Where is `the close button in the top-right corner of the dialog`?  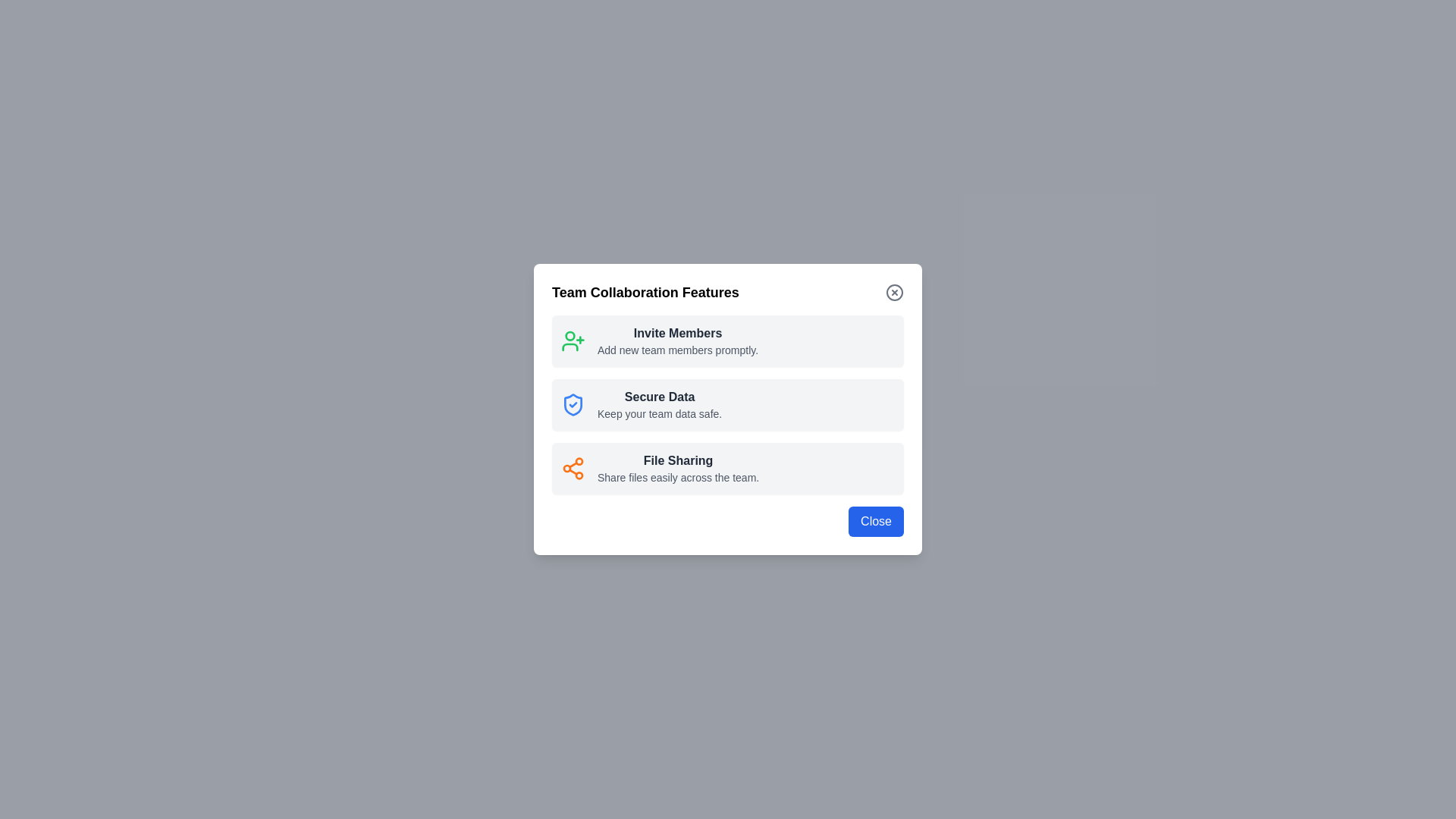 the close button in the top-right corner of the dialog is located at coordinates (895, 292).